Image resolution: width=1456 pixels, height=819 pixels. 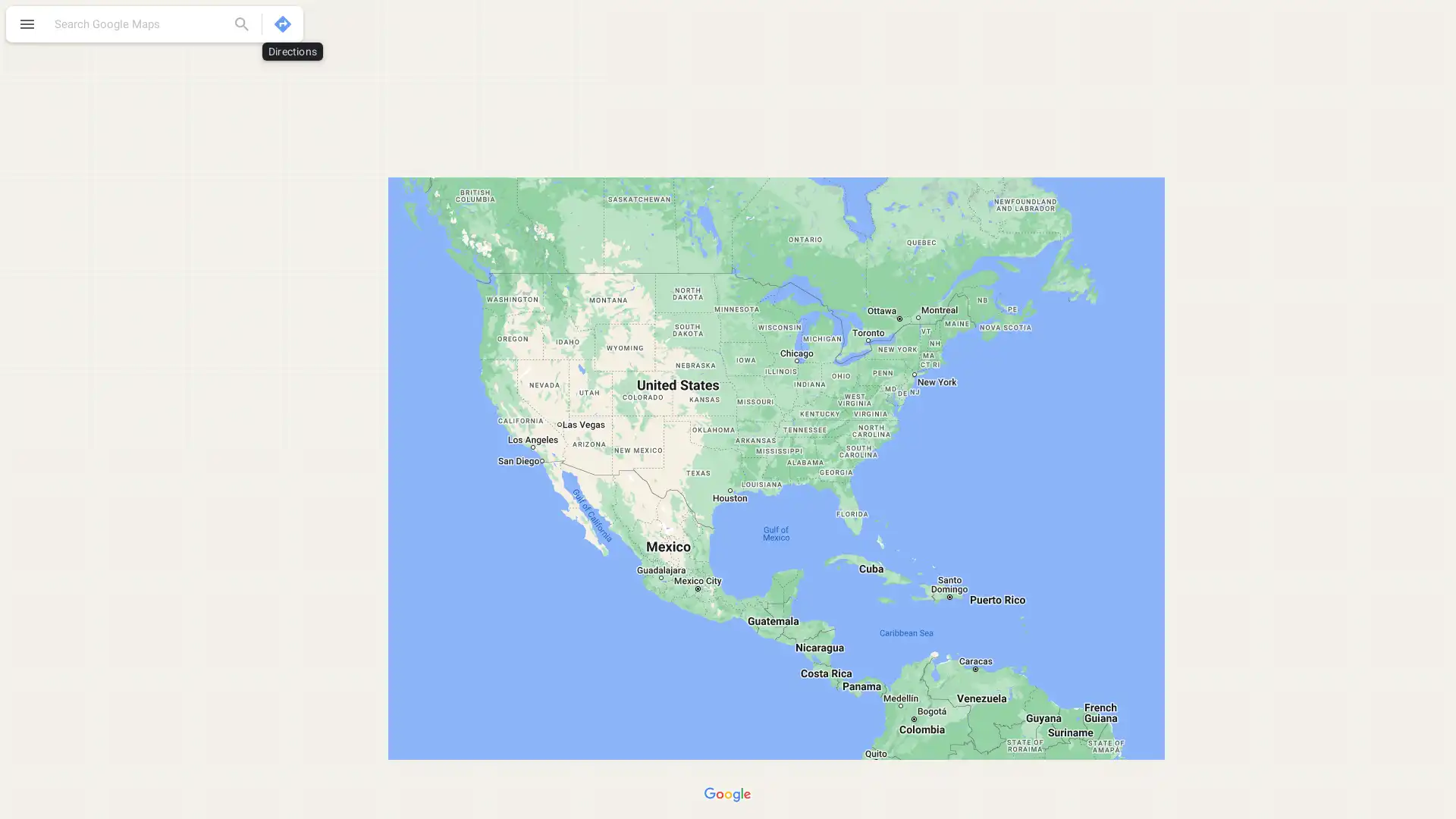 I want to click on Menu, so click(x=27, y=26).